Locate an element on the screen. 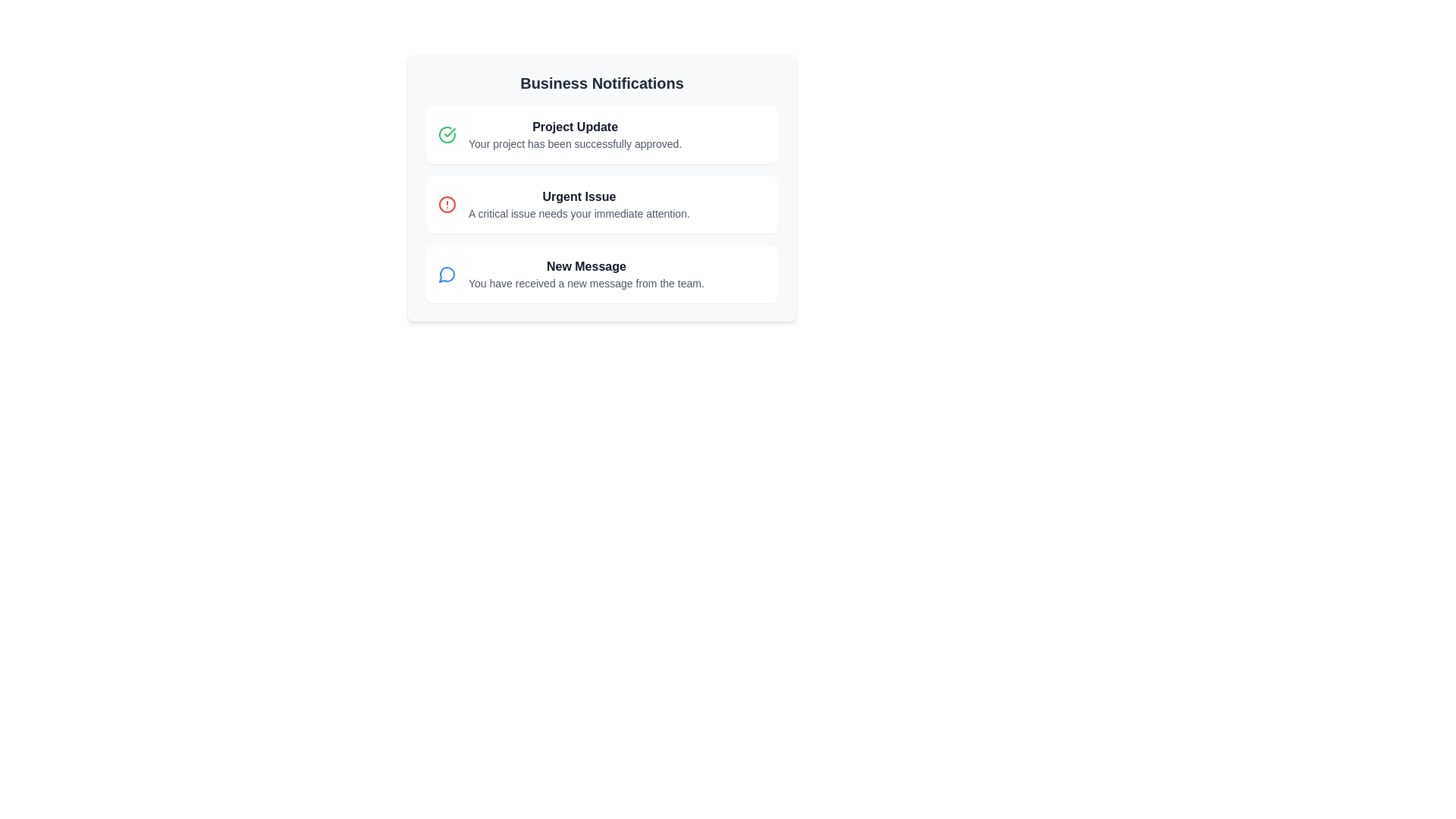 The height and width of the screenshot is (819, 1456). the Notification Card that displays the successful approval of the user's project, located in the 'Business Notifications' section is located at coordinates (601, 133).